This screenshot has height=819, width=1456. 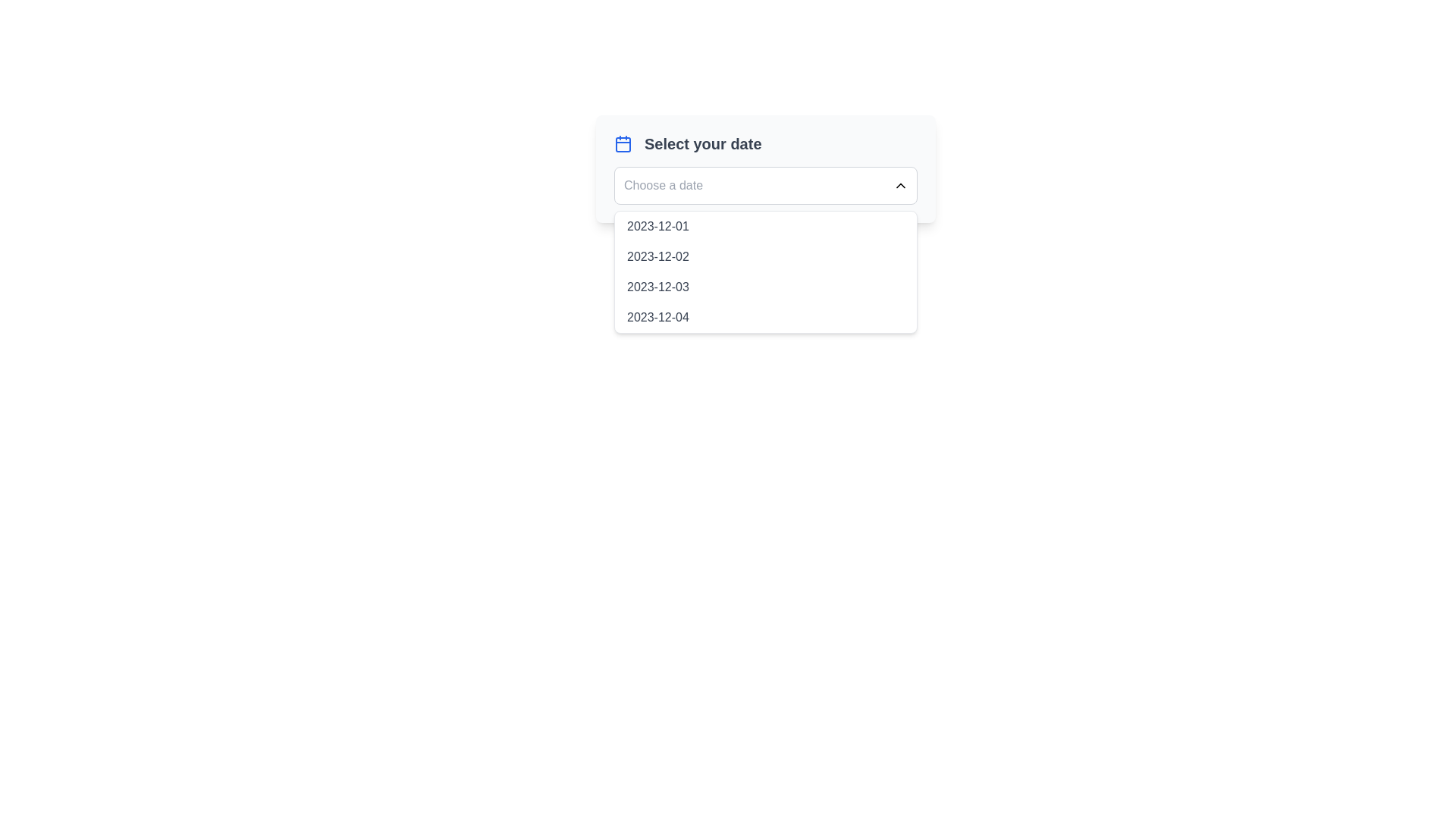 I want to click on the dropdown menu option displaying the date '2023-12-02', so click(x=765, y=256).